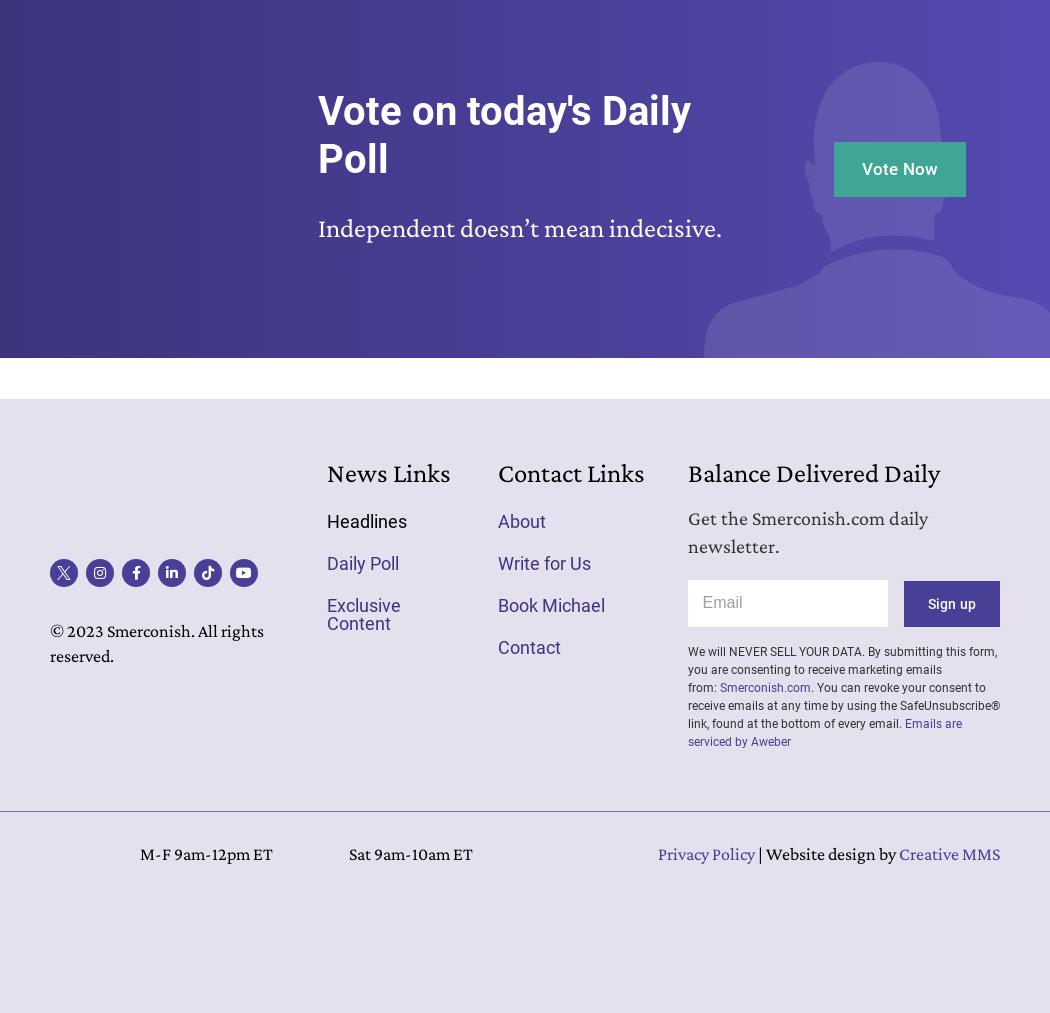 The height and width of the screenshot is (1013, 1050). I want to click on 'Headlines', so click(365, 520).